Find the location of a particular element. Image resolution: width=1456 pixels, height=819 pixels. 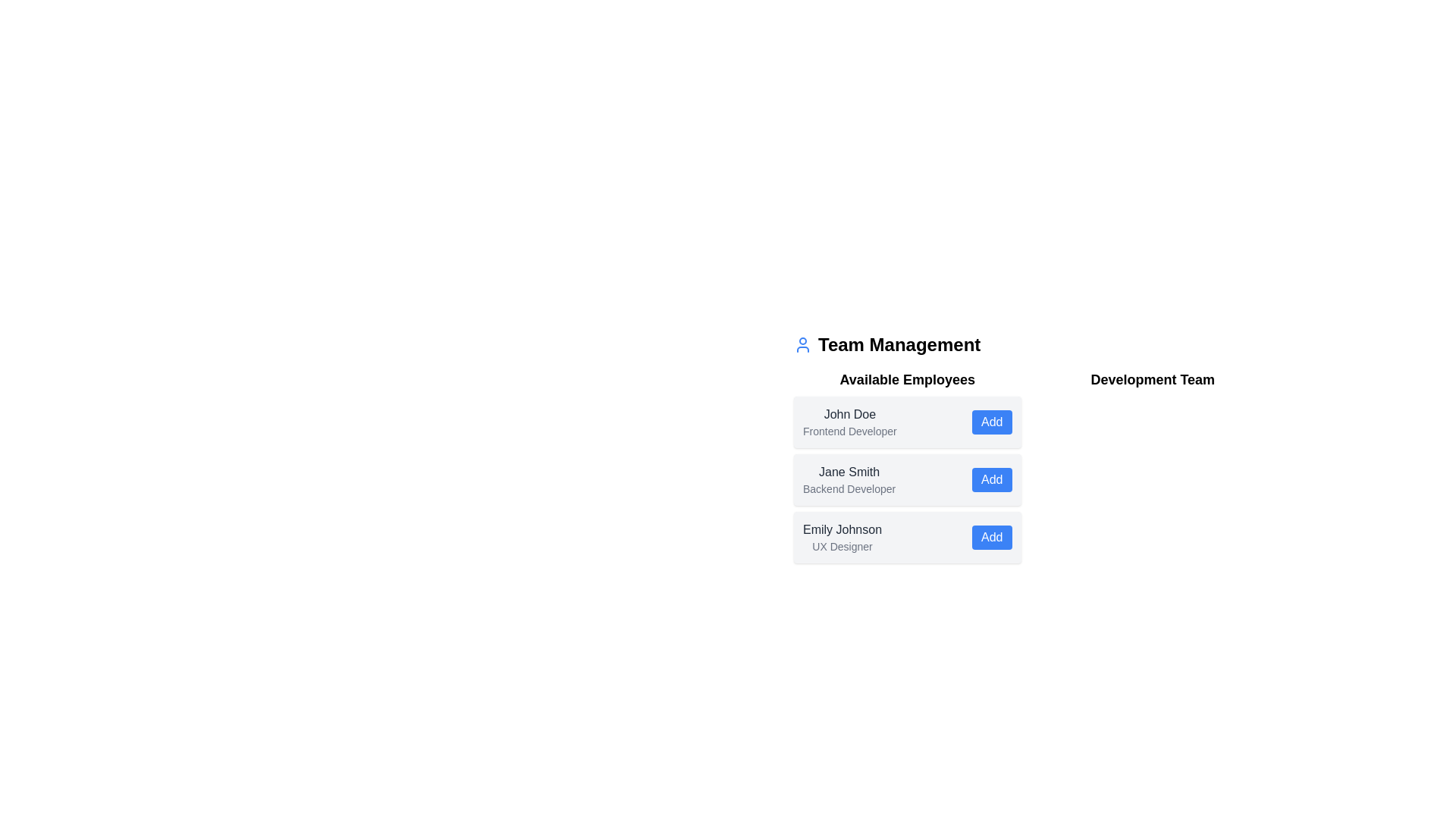

the text label reading 'Backend Developer' styled in a smaller gray font, located directly under 'Jane Smith' in the 'Available Employees' section of the 'Team Management' interface is located at coordinates (849, 488).